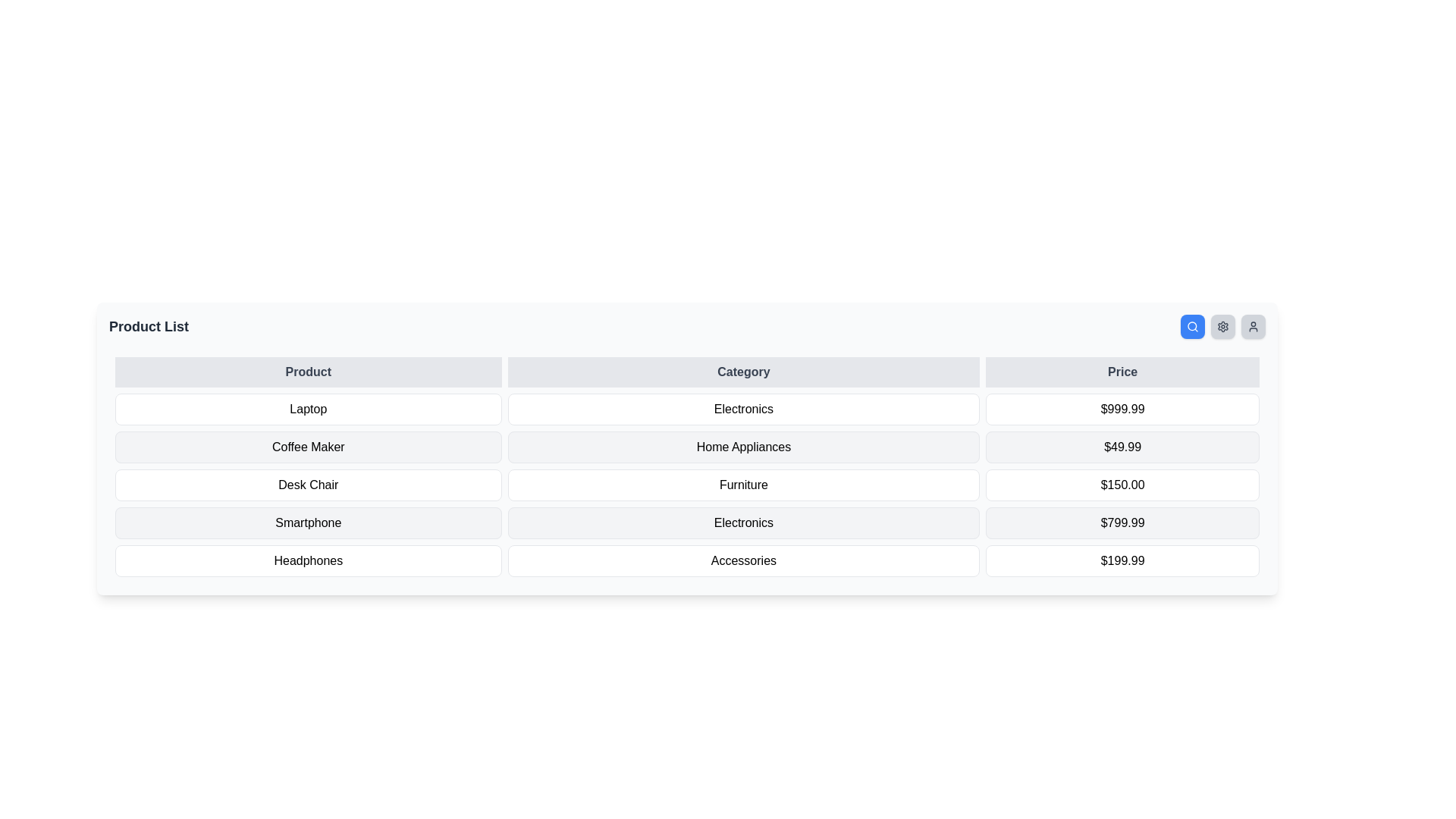  Describe the element at coordinates (686, 485) in the screenshot. I see `the table row displaying 'Desk Chair' in the first column, 'Furniture' in the second column, and '$150.00' in the third column` at that location.